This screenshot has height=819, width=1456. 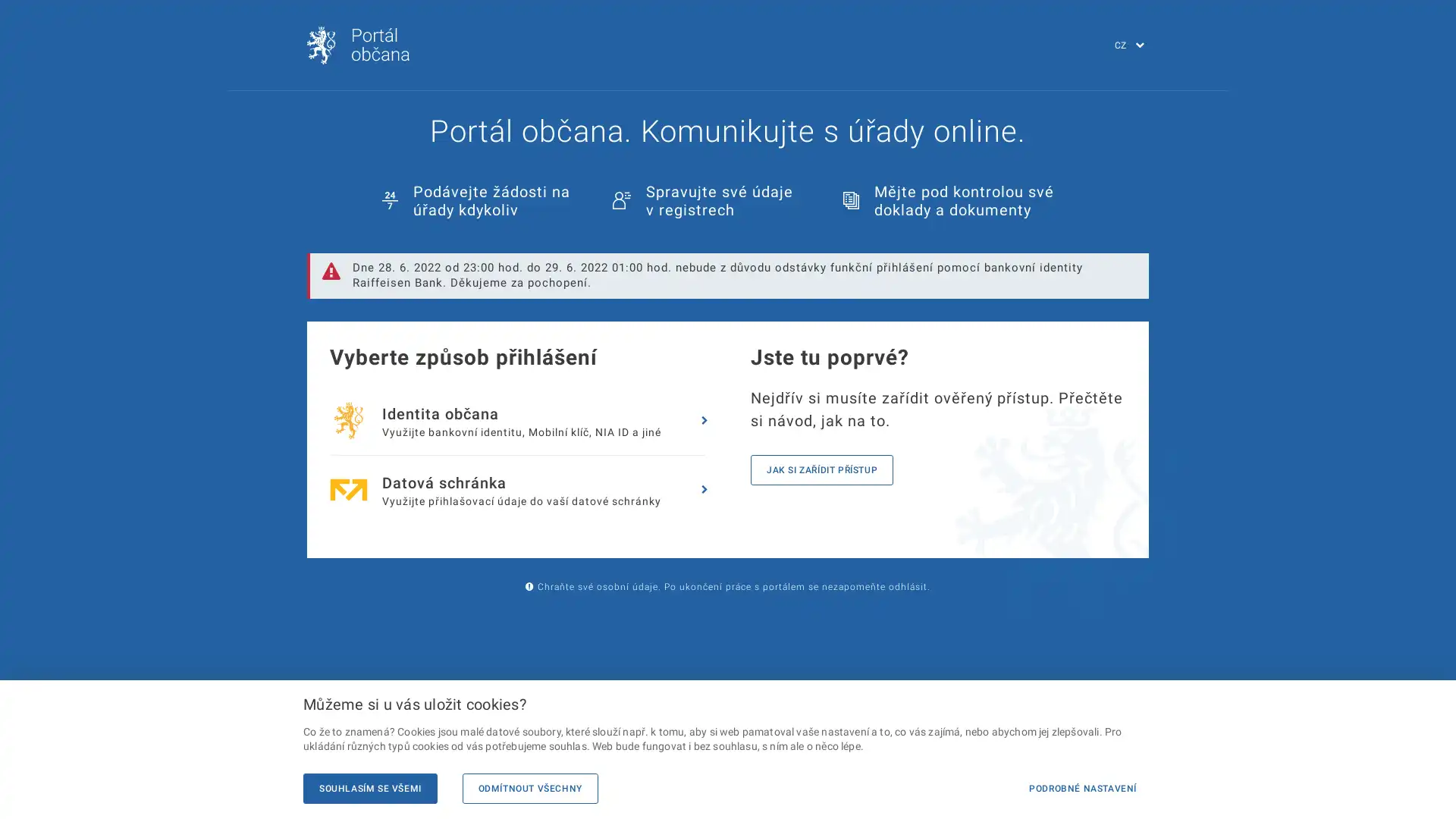 What do you see at coordinates (519, 489) in the screenshot?
I see `Datova schranka Datova schranka Vyuzijte prihlasovaci udaje do vasi datove schranky` at bounding box center [519, 489].